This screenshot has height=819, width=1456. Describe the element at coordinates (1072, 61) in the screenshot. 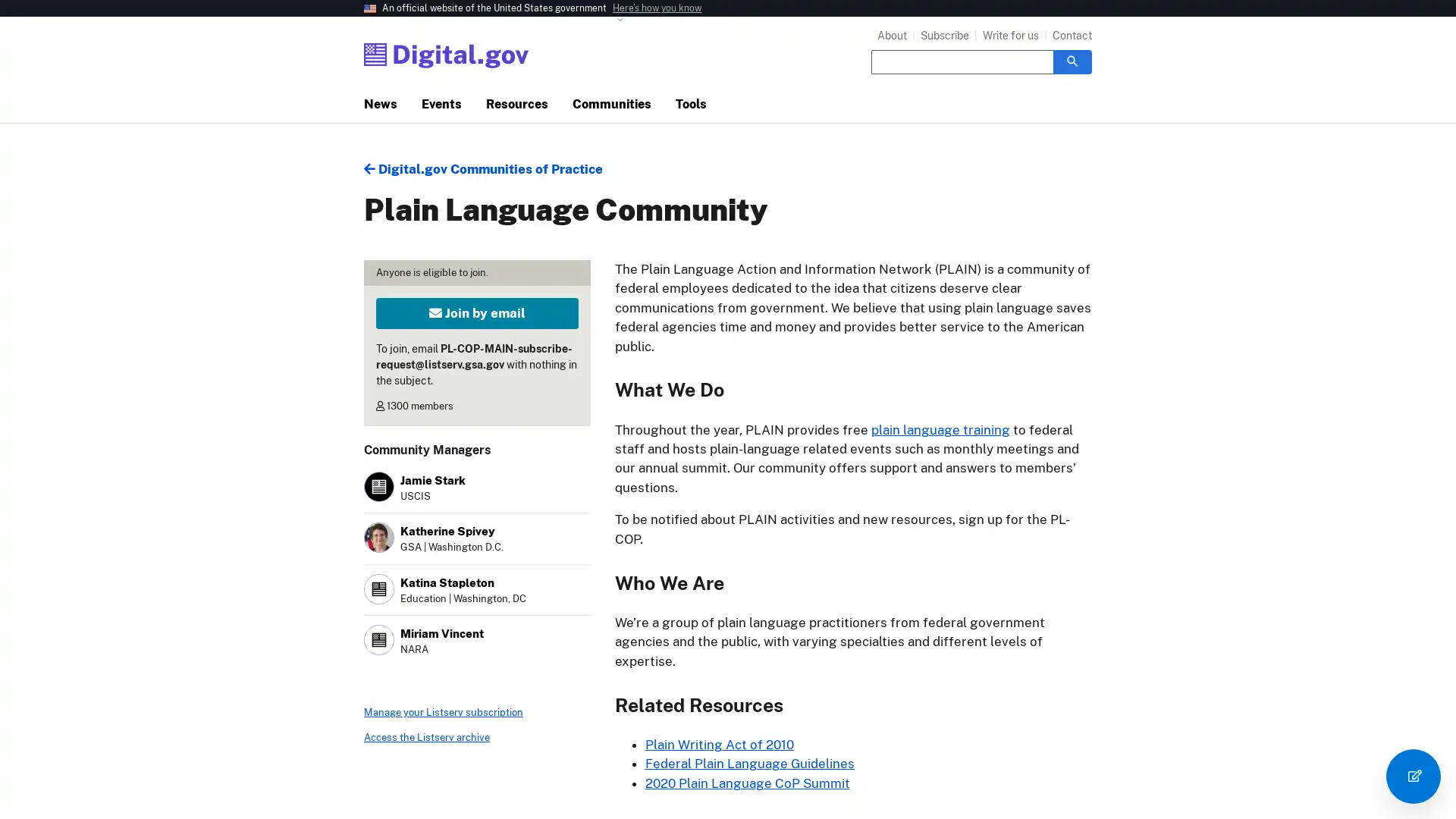

I see `Search` at that location.